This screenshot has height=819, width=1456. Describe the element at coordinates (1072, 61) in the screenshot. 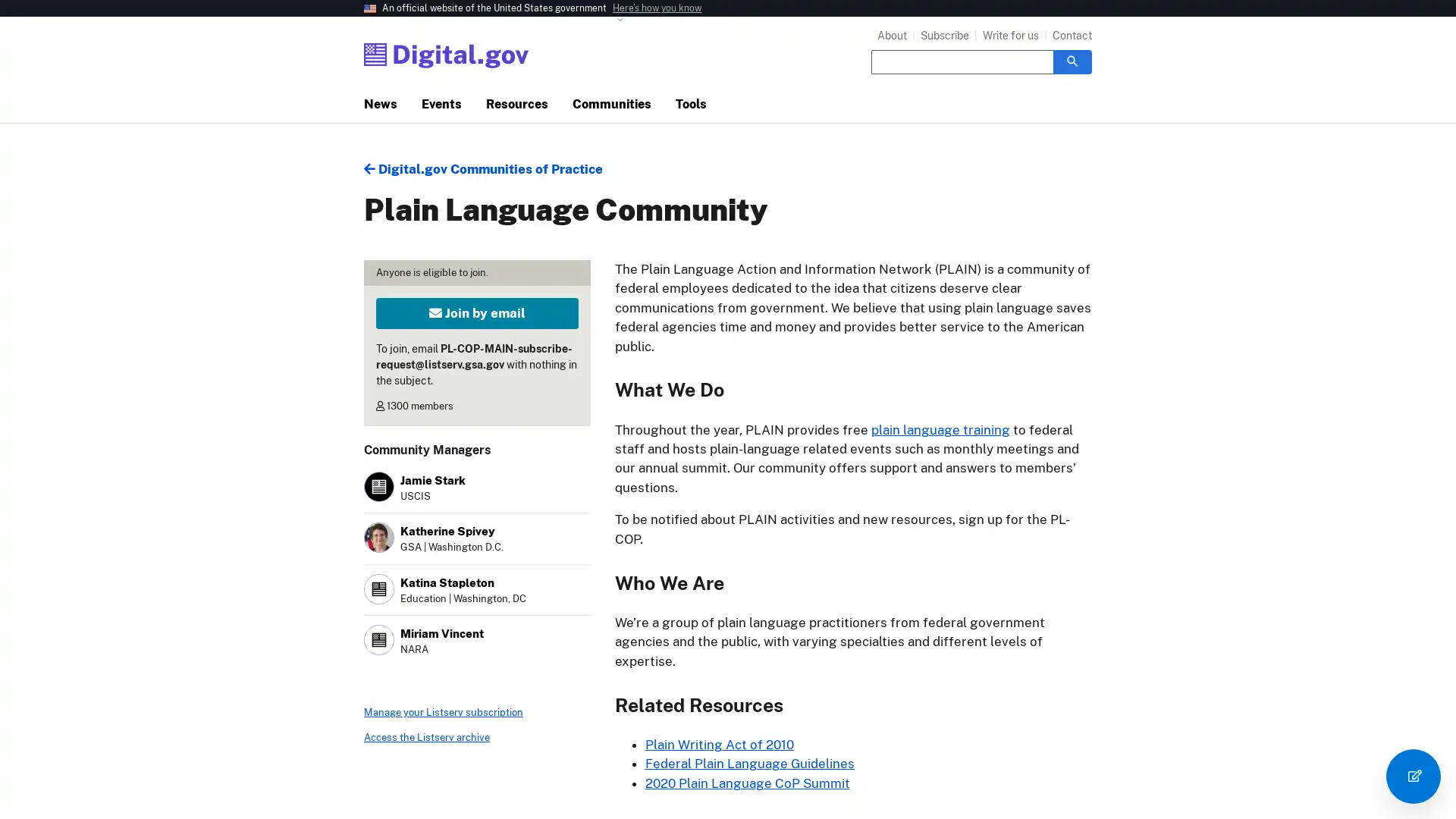

I see `Search` at that location.